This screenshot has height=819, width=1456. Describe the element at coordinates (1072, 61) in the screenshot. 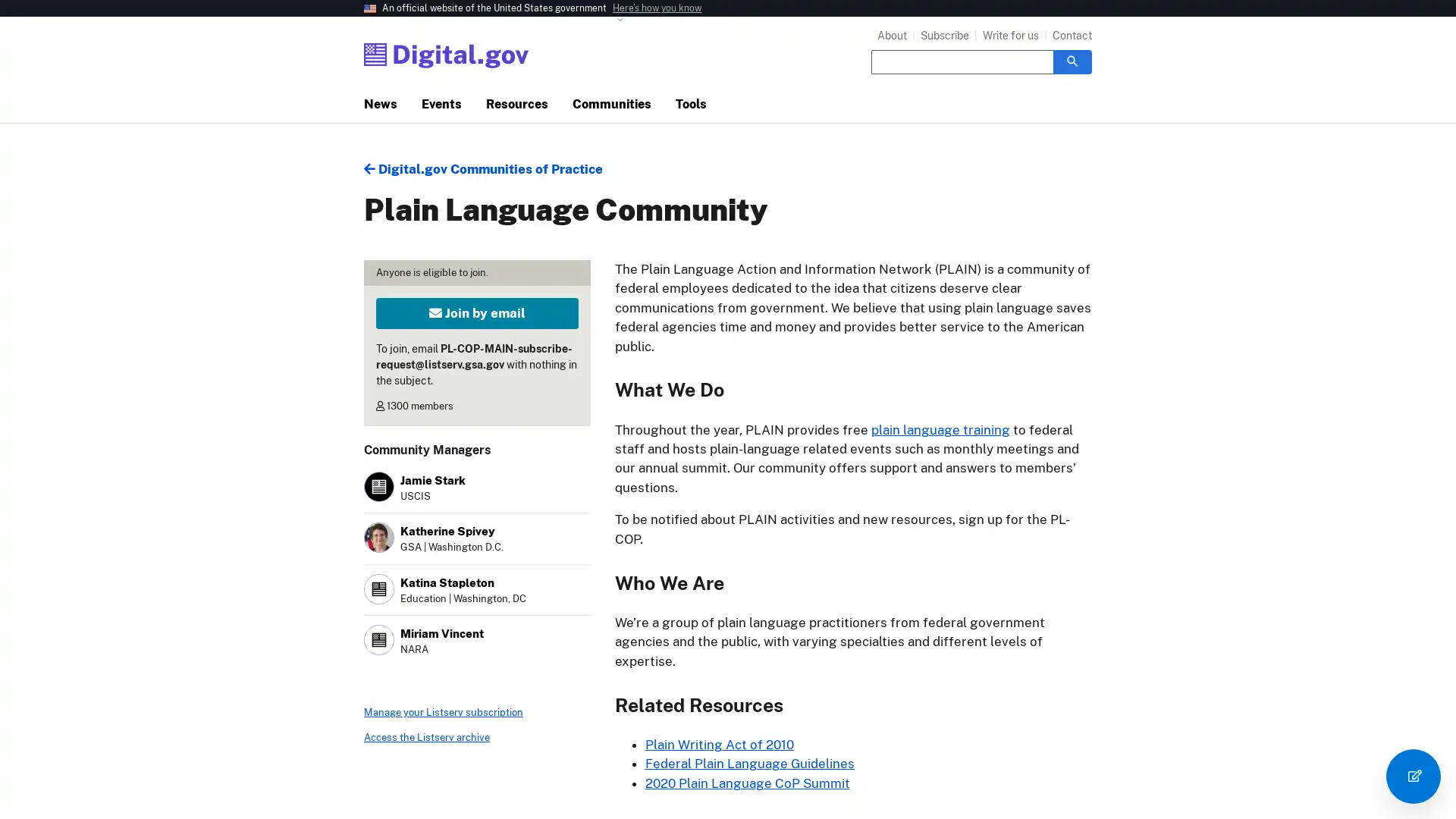

I see `Search` at that location.